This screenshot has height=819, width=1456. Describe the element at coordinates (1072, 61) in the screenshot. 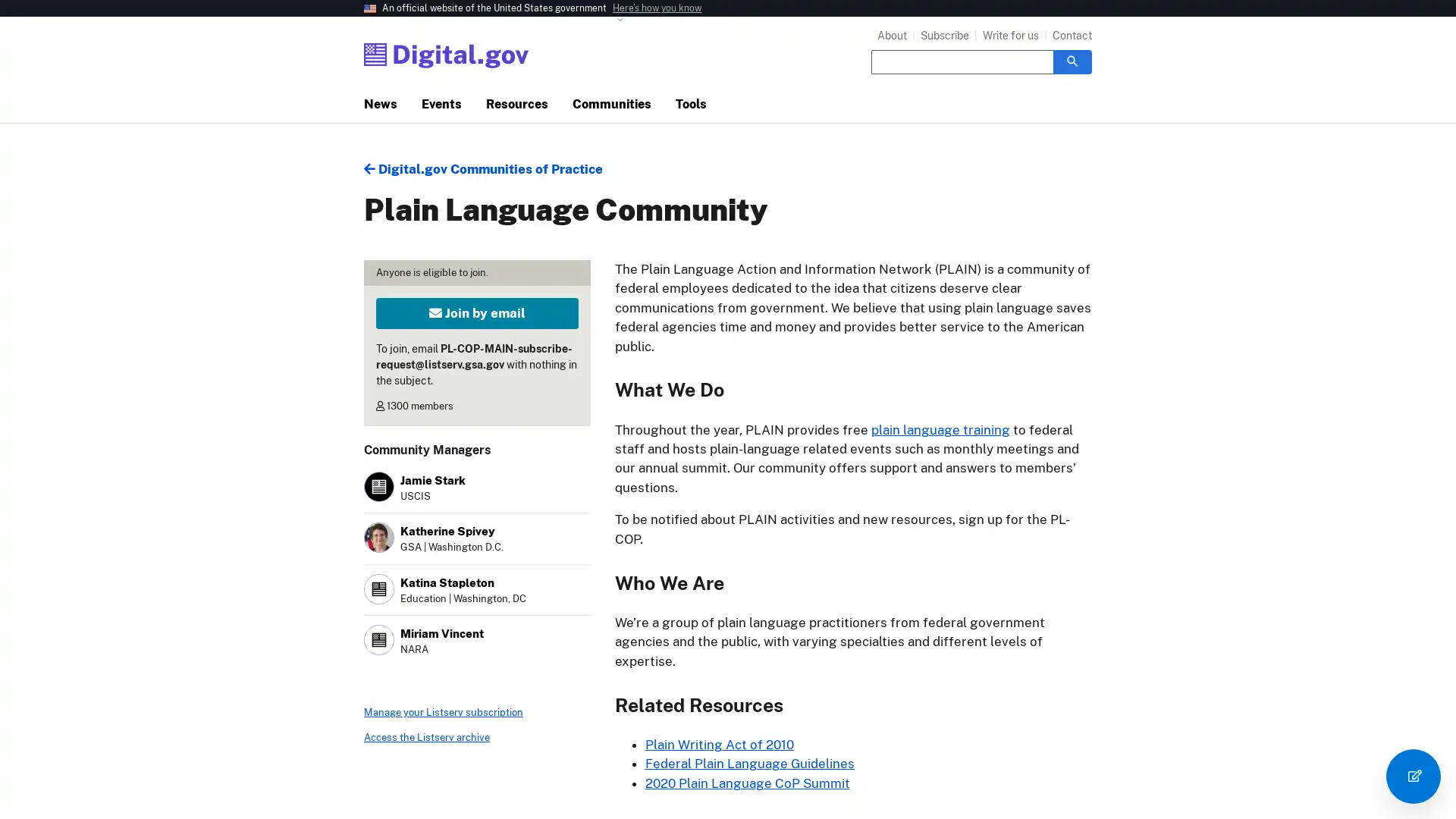

I see `Search` at that location.